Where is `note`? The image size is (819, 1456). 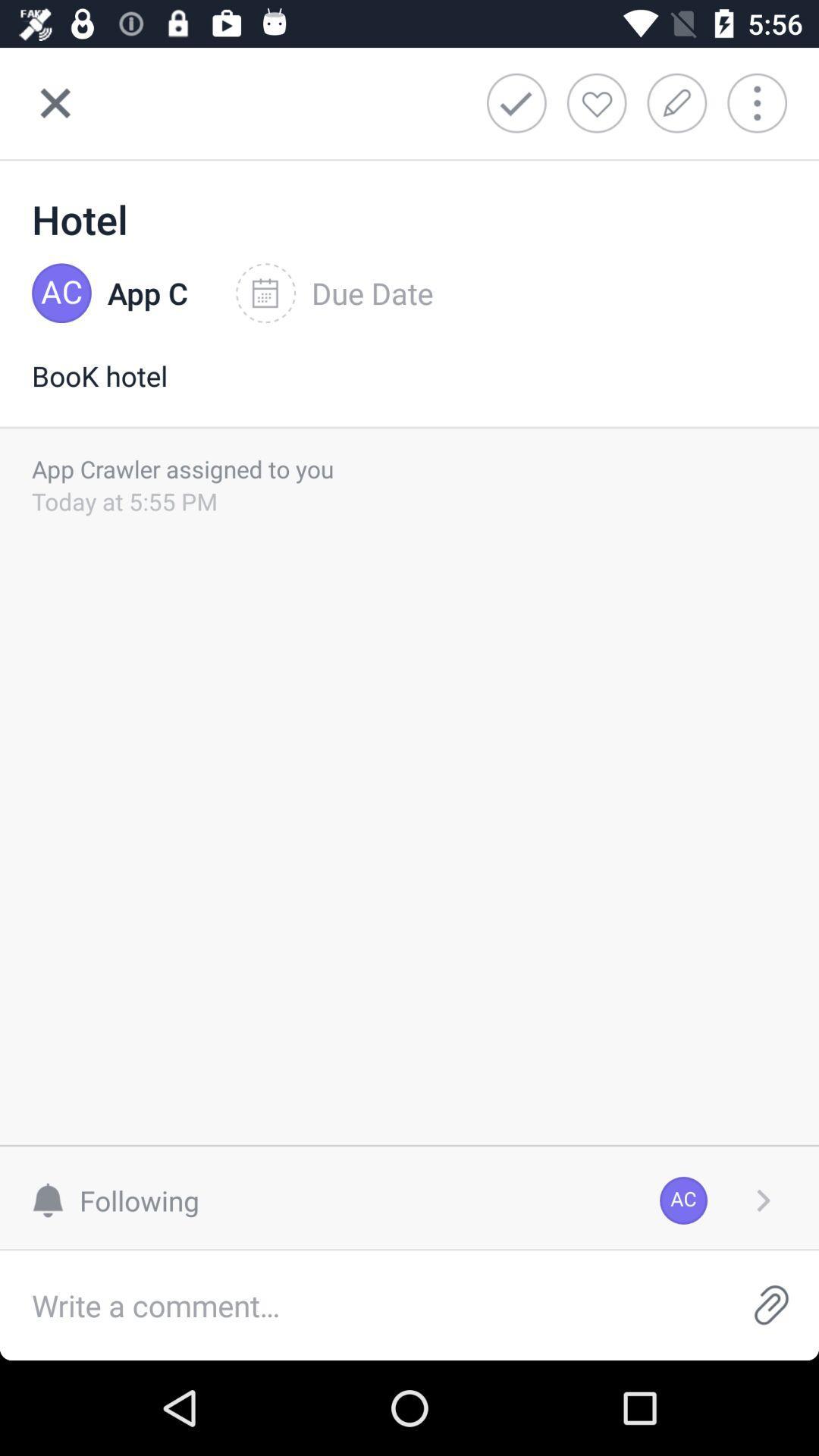
note is located at coordinates (681, 102).